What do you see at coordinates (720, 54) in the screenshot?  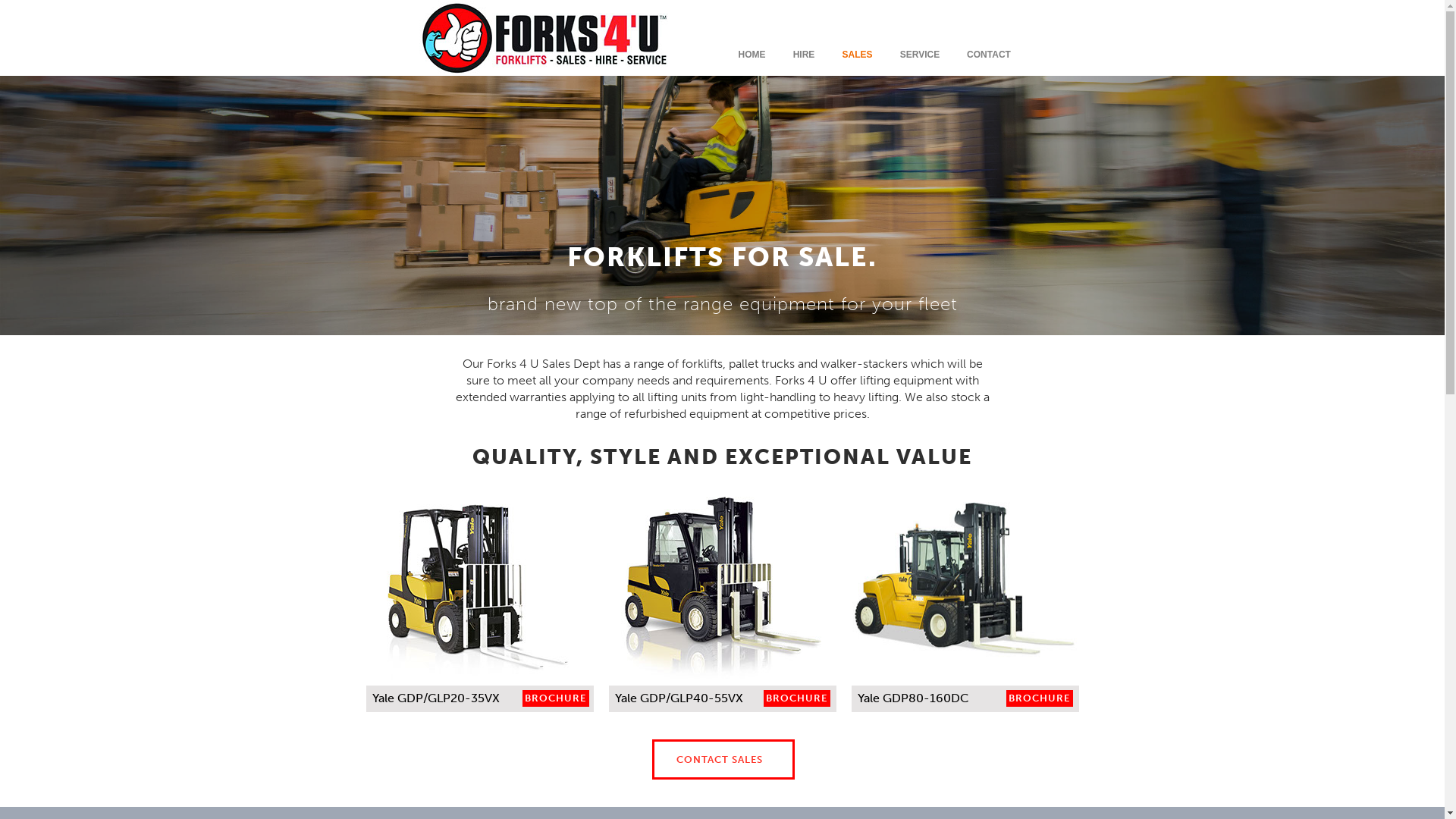 I see `'HOME'` at bounding box center [720, 54].